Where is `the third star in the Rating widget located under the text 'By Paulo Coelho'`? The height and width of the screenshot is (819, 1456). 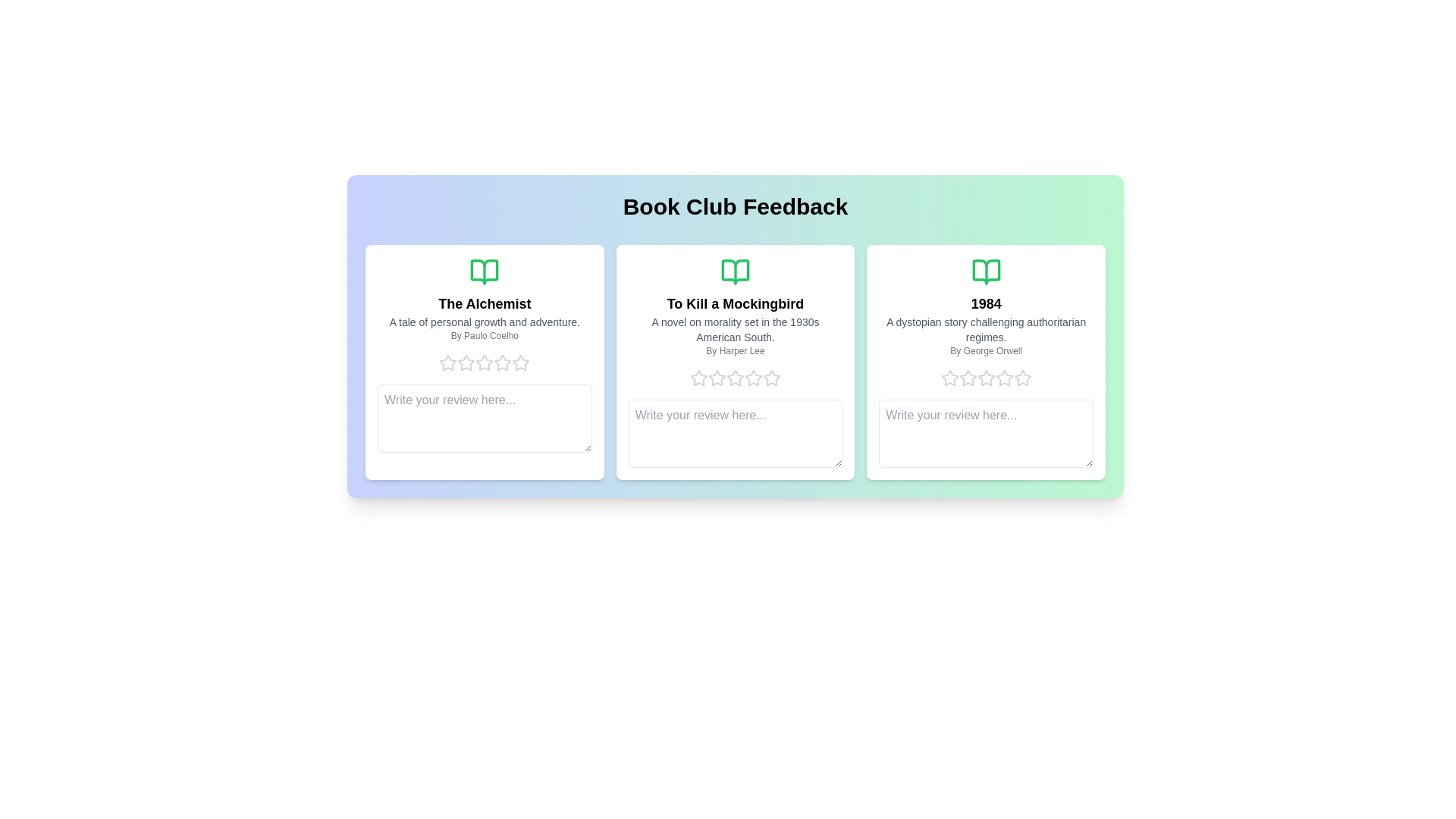 the third star in the Rating widget located under the text 'By Paulo Coelho' is located at coordinates (484, 362).